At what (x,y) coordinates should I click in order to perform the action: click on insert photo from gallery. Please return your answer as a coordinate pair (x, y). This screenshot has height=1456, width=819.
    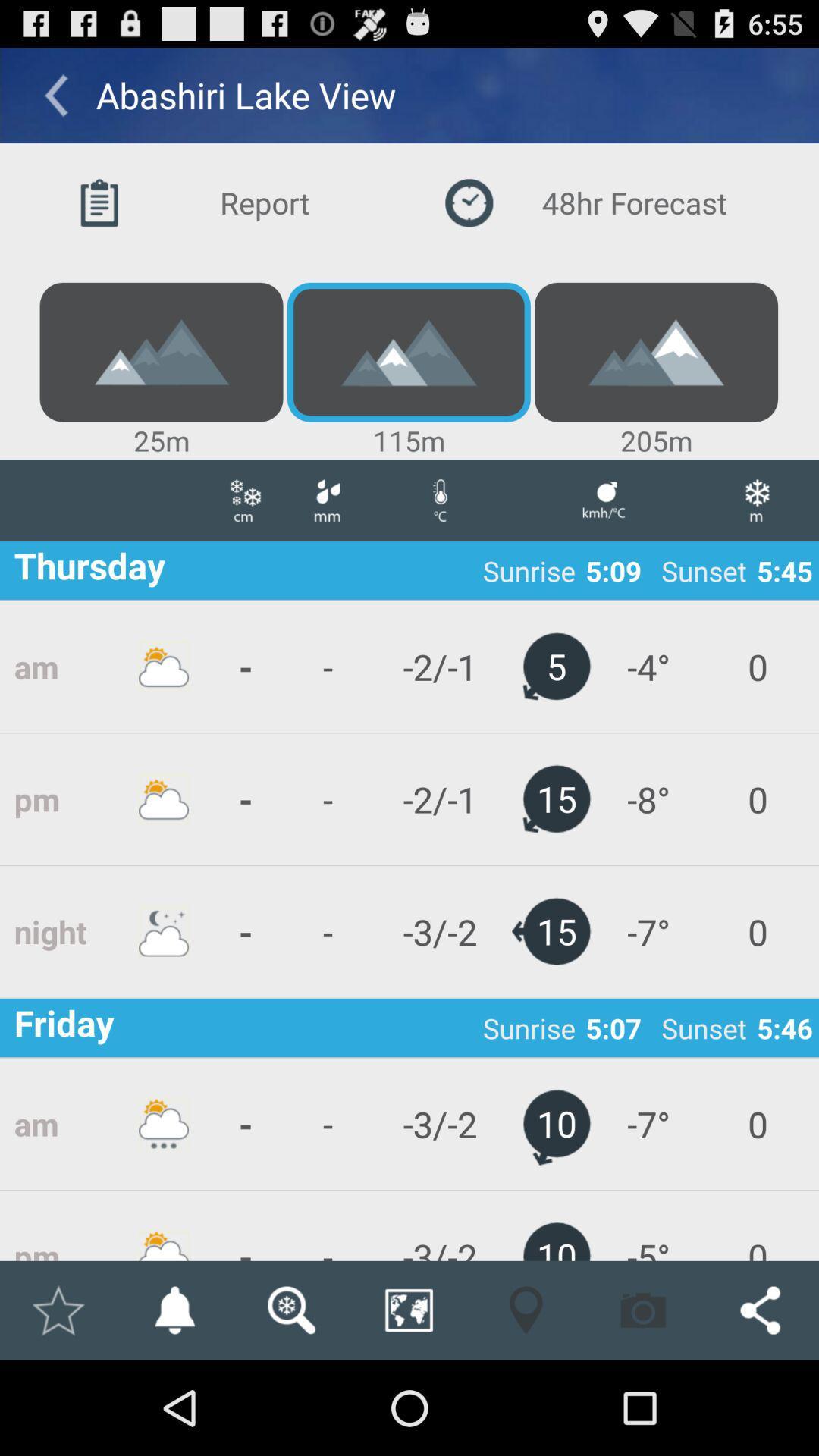
    Looking at the image, I should click on (643, 1310).